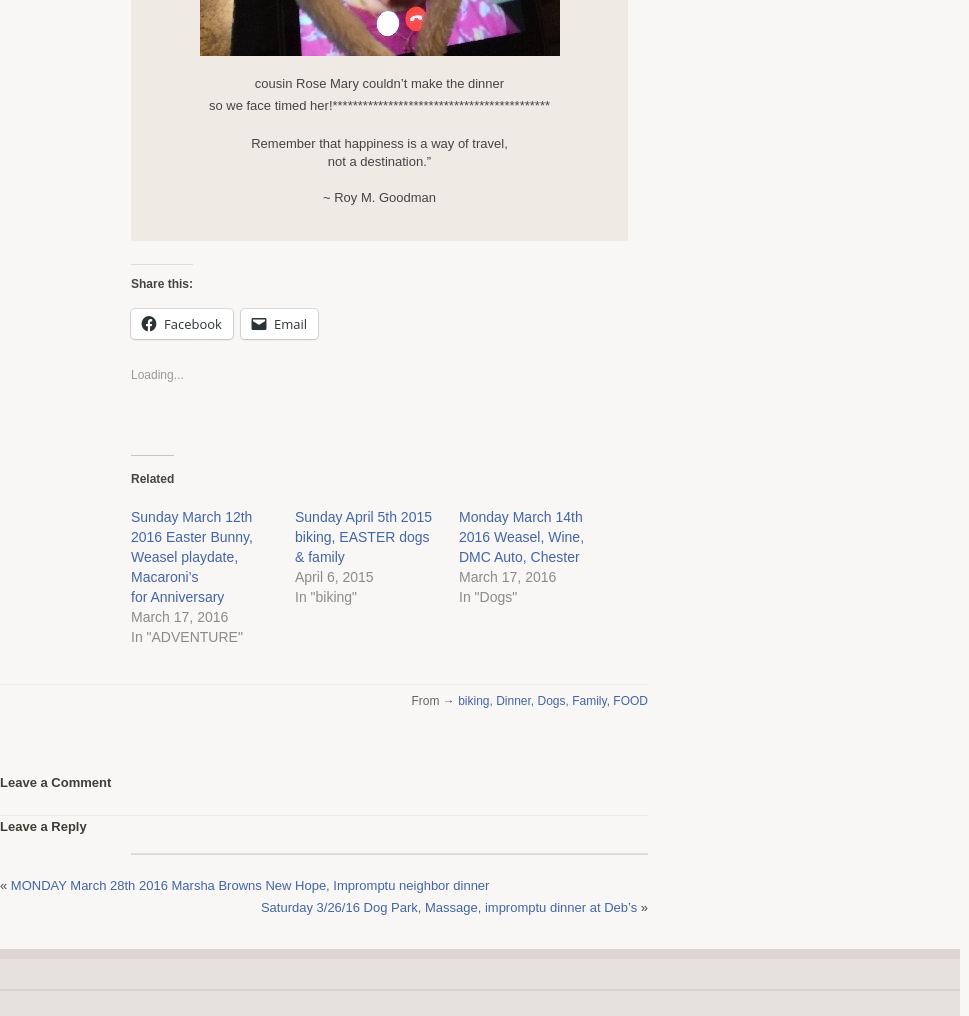 This screenshot has width=969, height=1016. Describe the element at coordinates (378, 104) in the screenshot. I see `'so we face timed her!*******************************************'` at that location.